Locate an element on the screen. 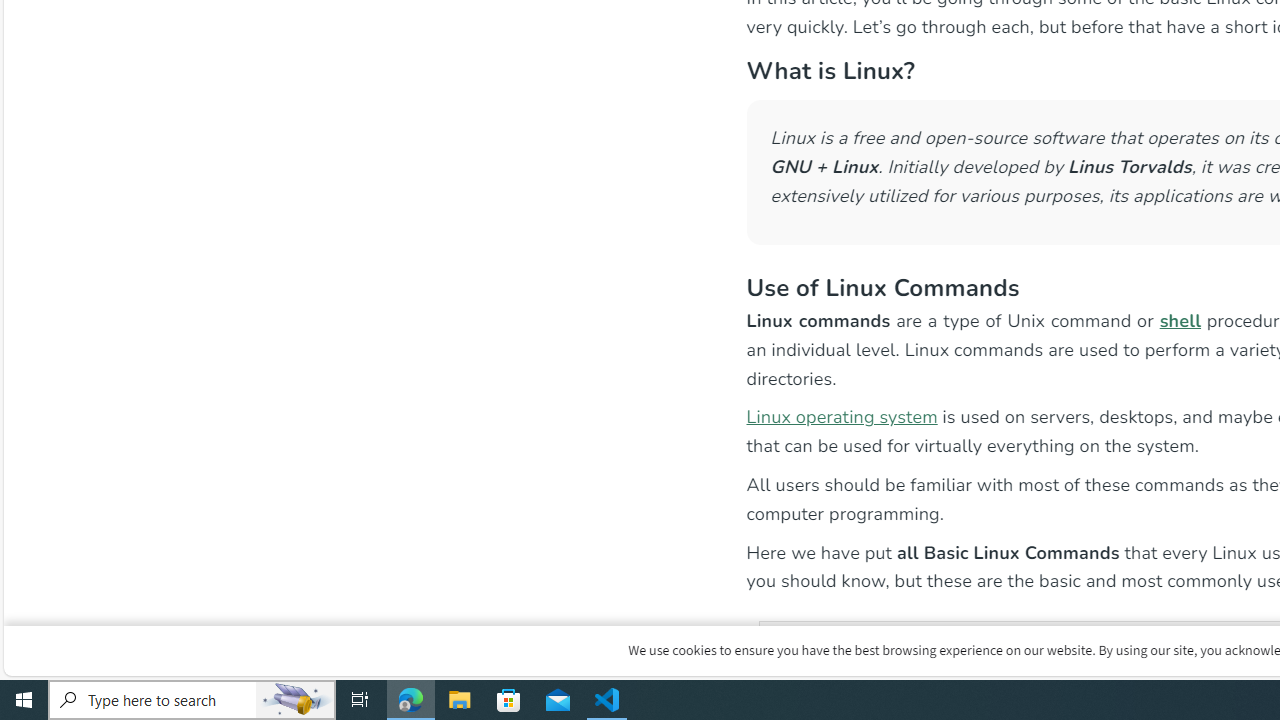  'shell' is located at coordinates (1180, 319).